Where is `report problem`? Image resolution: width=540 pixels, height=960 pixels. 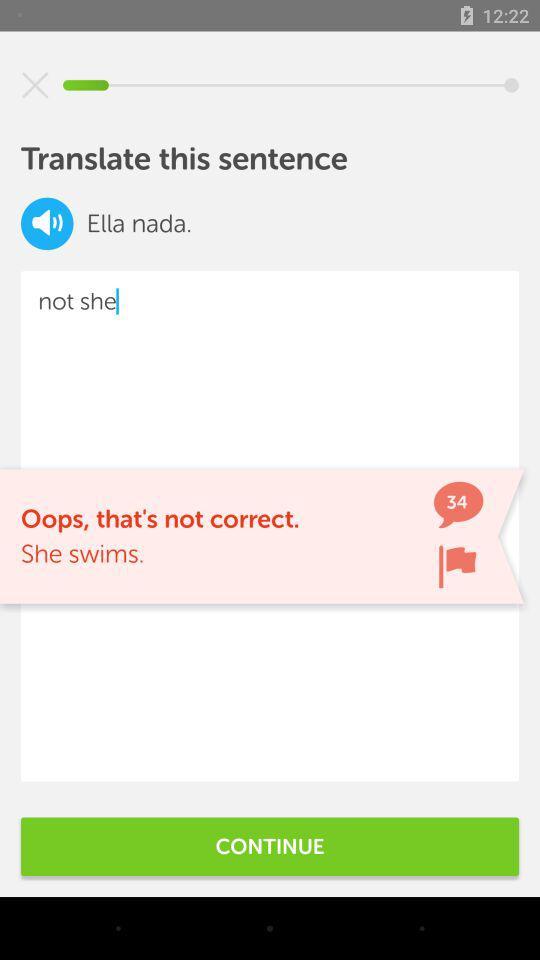
report problem is located at coordinates (457, 566).